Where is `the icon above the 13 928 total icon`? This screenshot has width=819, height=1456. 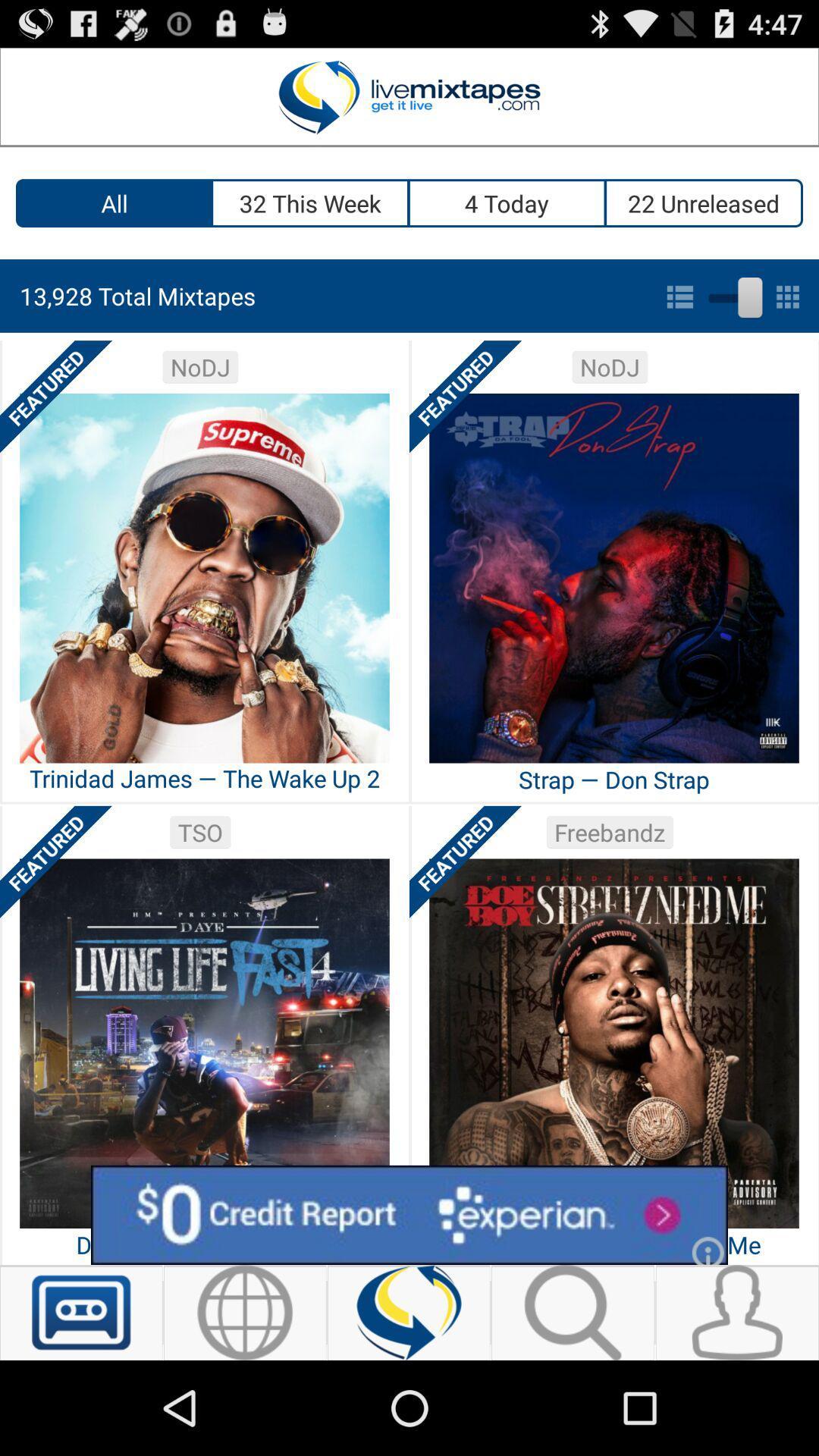
the icon above the 13 928 total icon is located at coordinates (704, 202).